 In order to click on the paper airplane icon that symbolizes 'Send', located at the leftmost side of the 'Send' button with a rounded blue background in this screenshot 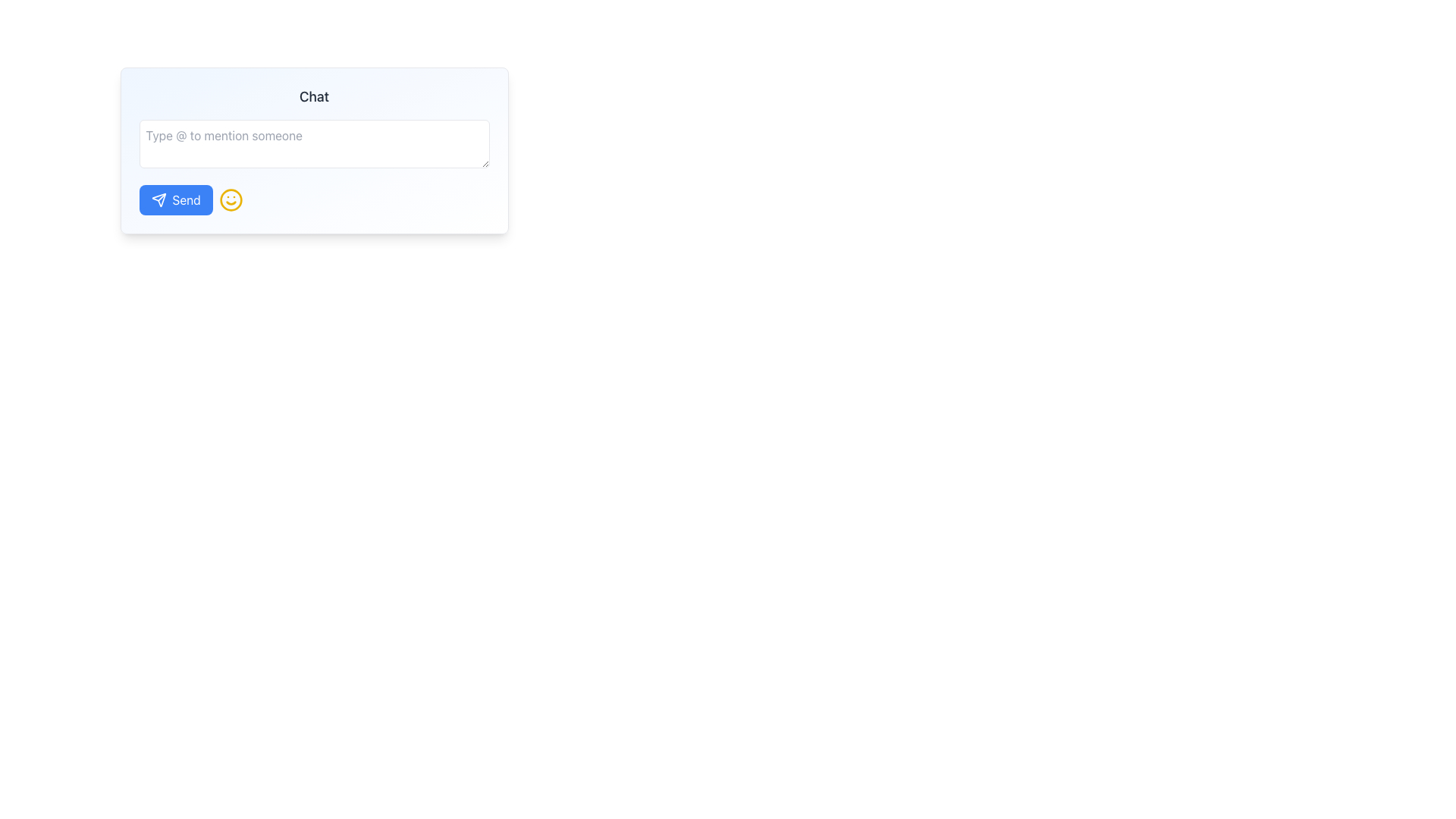, I will do `click(158, 199)`.